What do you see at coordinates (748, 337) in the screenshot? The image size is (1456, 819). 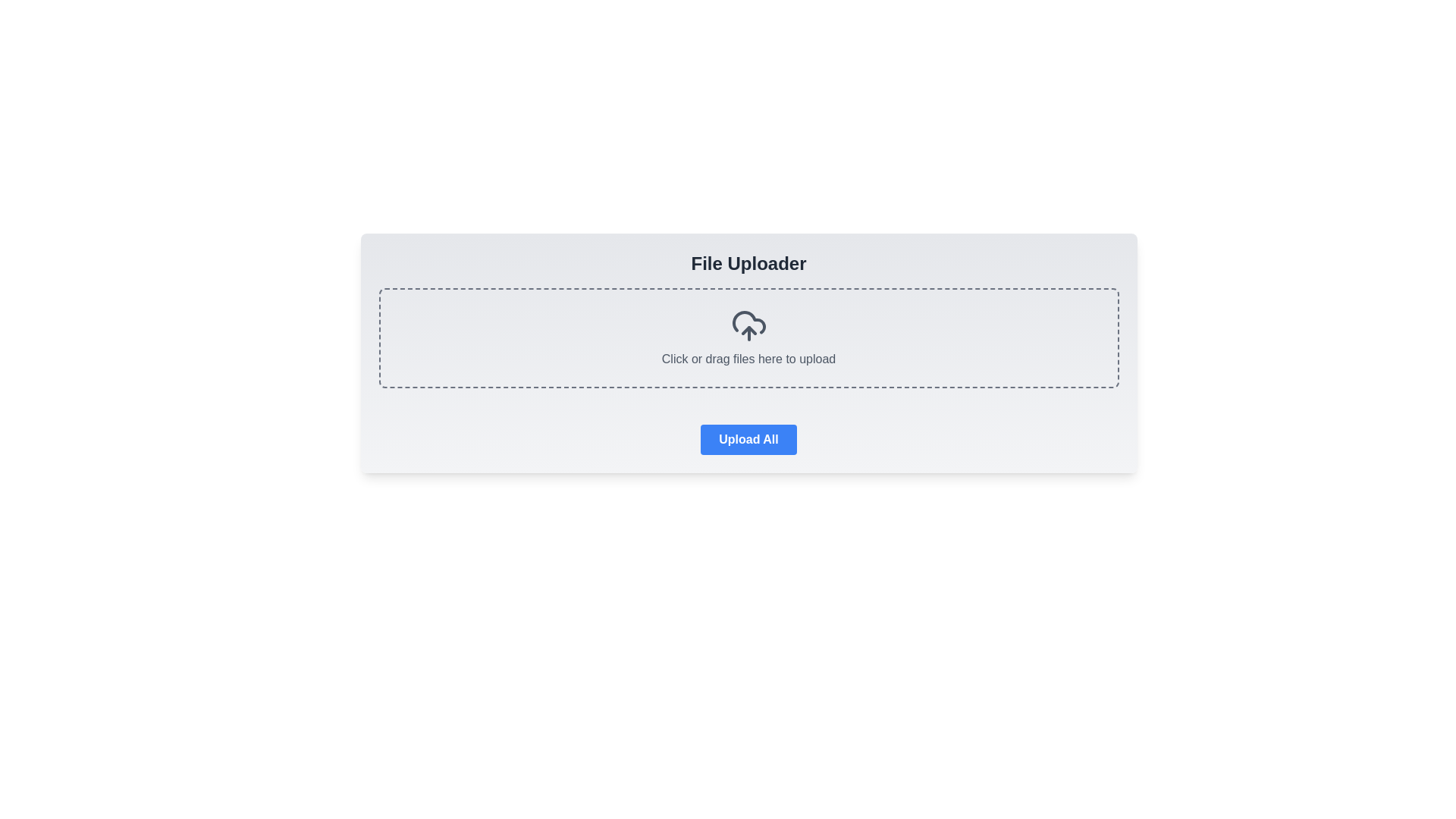 I see `the instructional text label that reads 'Click or drag files here to upload', which is styled in gray and located beneath the cloud upload icon` at bounding box center [748, 337].